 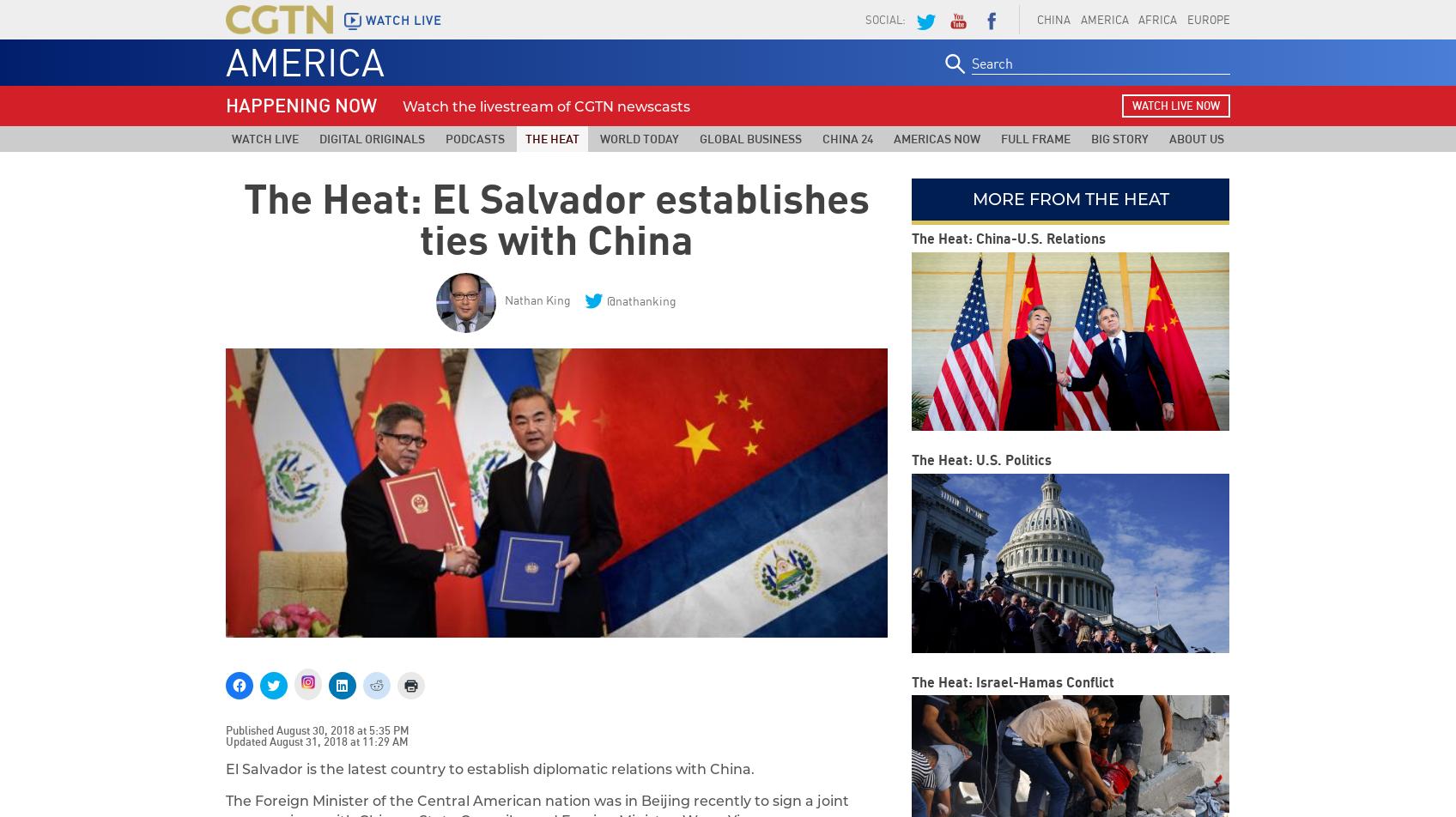 I want to click on 'Americas Now', so click(x=894, y=138).